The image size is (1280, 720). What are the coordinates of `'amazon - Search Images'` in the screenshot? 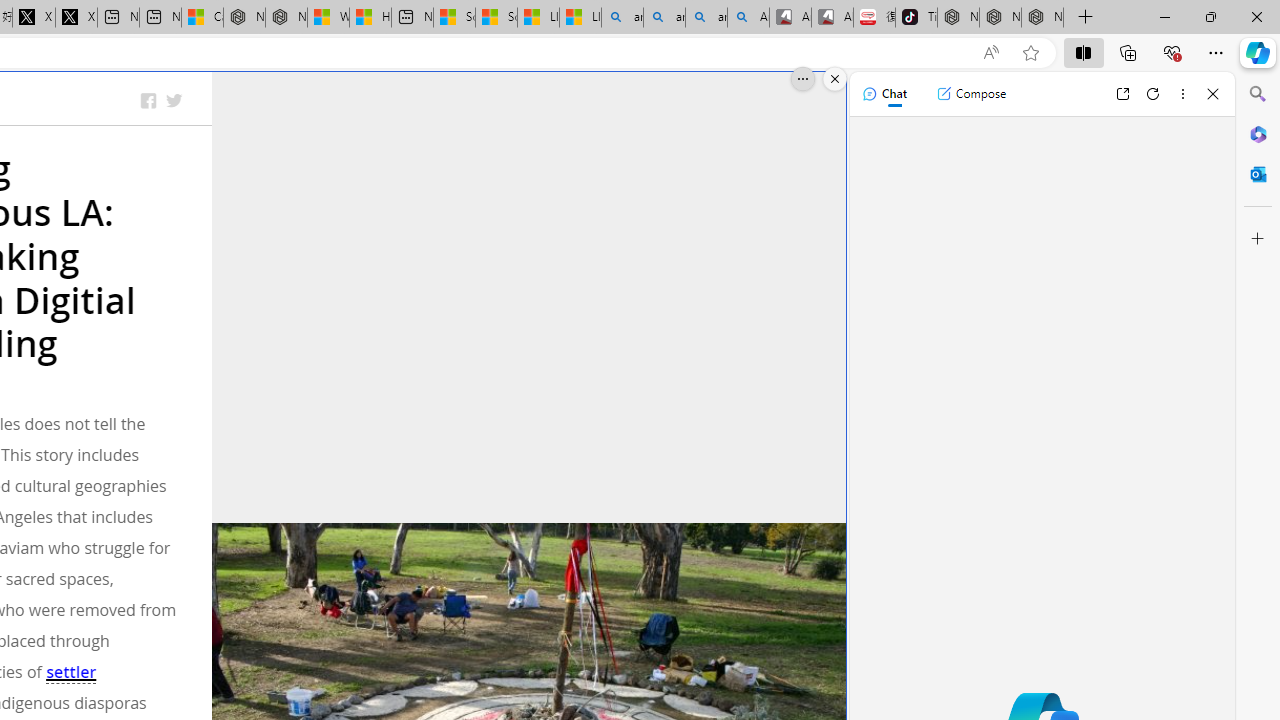 It's located at (706, 17).